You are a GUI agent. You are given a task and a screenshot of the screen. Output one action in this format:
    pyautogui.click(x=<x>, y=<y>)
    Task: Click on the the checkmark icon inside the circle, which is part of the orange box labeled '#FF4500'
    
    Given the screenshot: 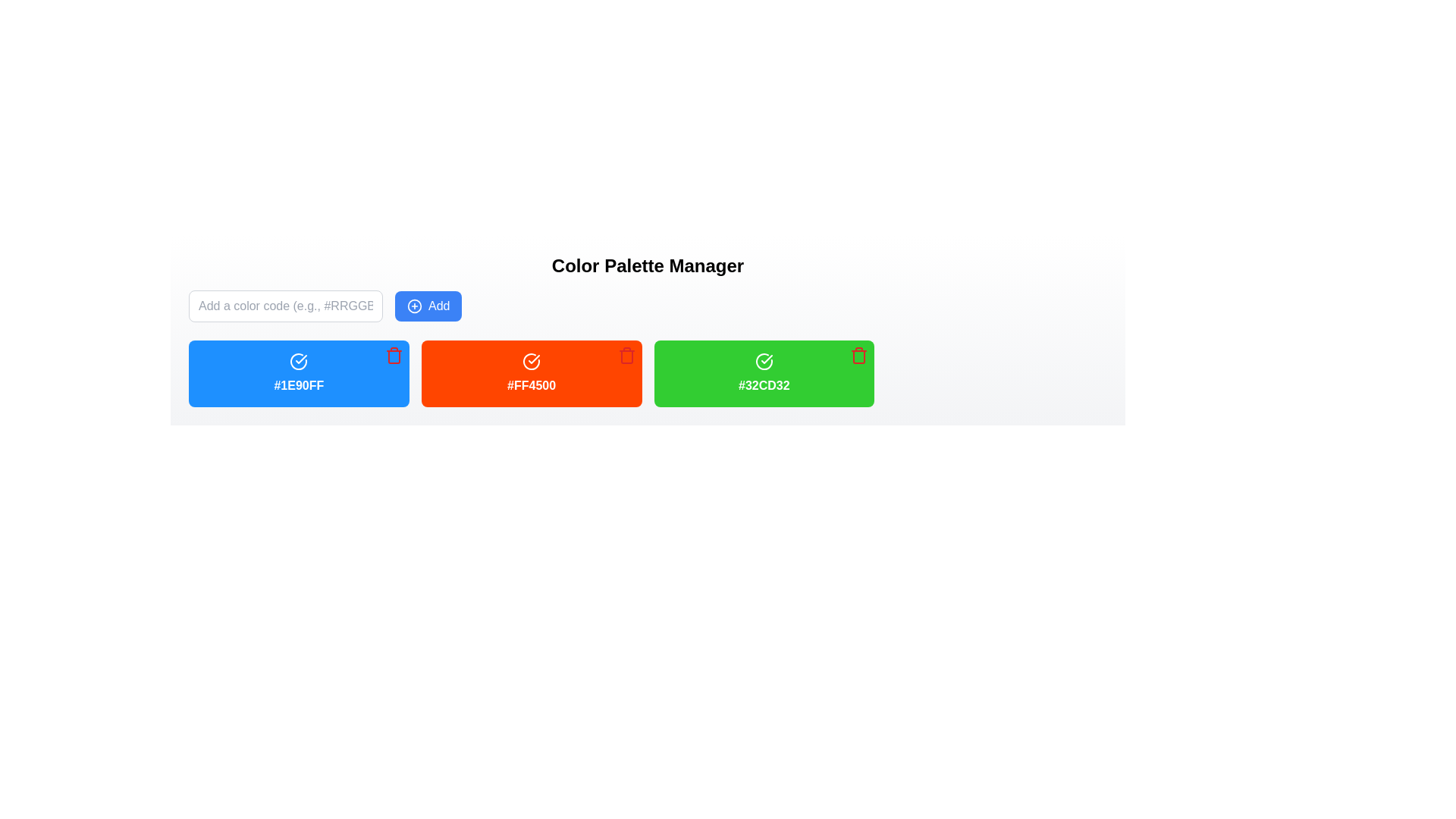 What is the action you would take?
    pyautogui.click(x=534, y=359)
    